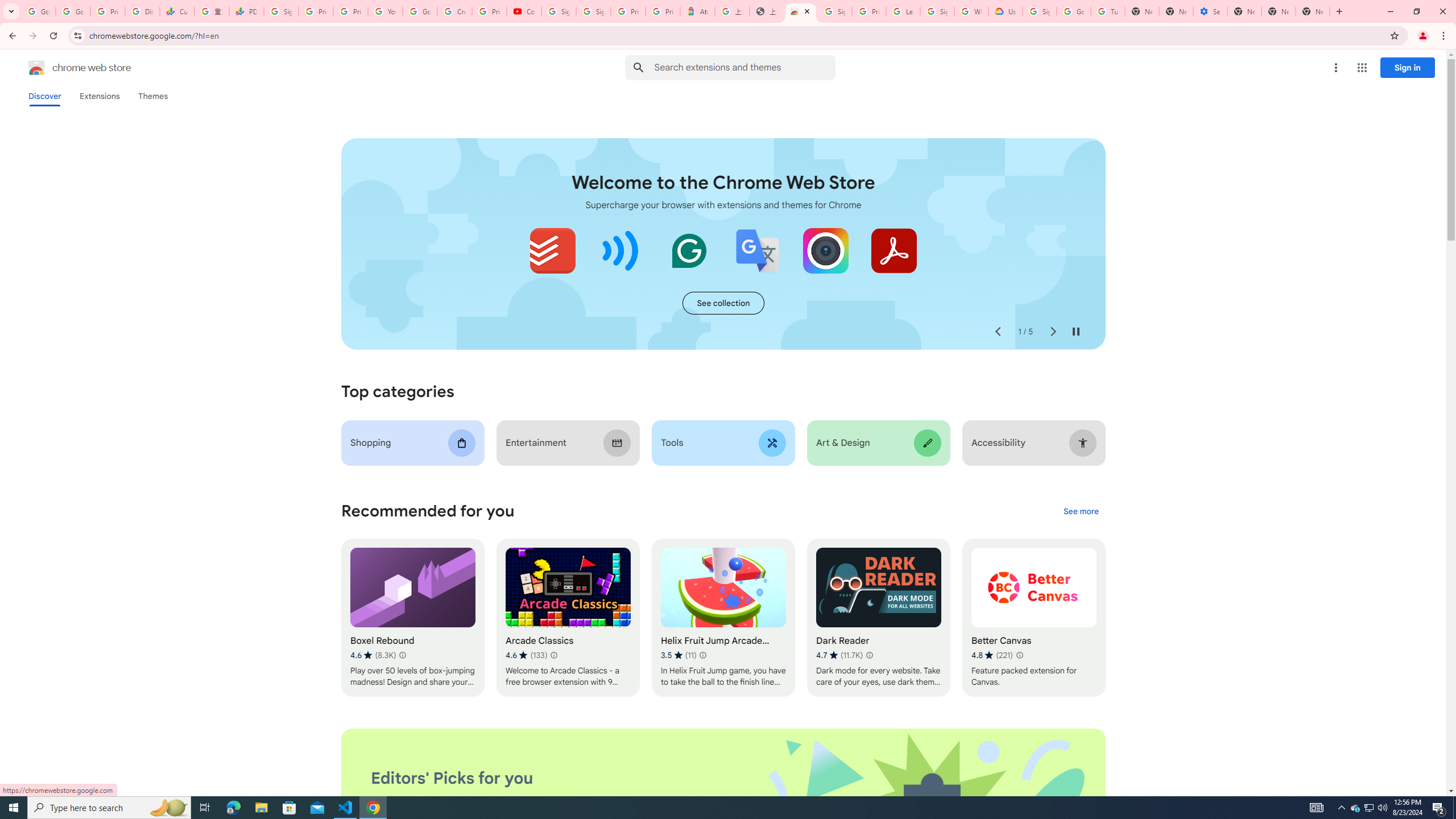  What do you see at coordinates (67, 67) in the screenshot?
I see `'Chrome Web Store logo chrome web store'` at bounding box center [67, 67].